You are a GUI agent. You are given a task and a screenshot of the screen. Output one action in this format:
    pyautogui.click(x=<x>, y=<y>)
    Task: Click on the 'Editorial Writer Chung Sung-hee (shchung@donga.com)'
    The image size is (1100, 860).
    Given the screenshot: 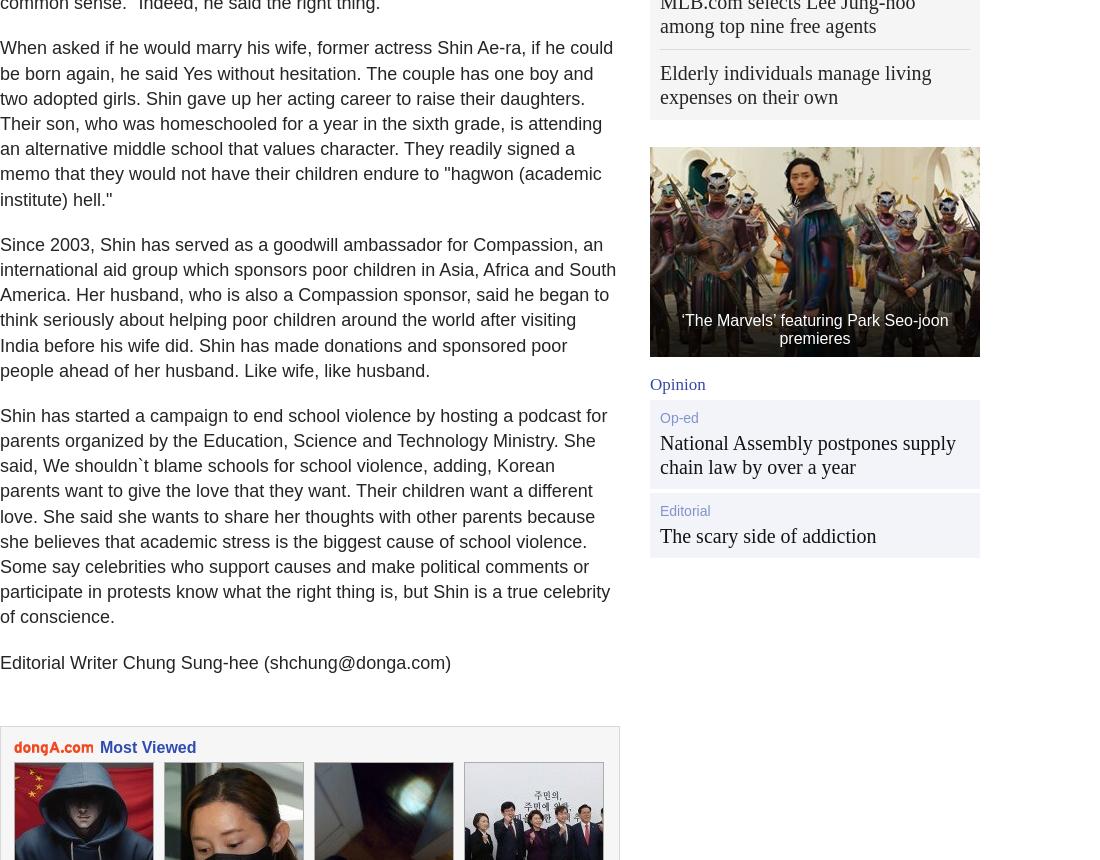 What is the action you would take?
    pyautogui.click(x=225, y=662)
    